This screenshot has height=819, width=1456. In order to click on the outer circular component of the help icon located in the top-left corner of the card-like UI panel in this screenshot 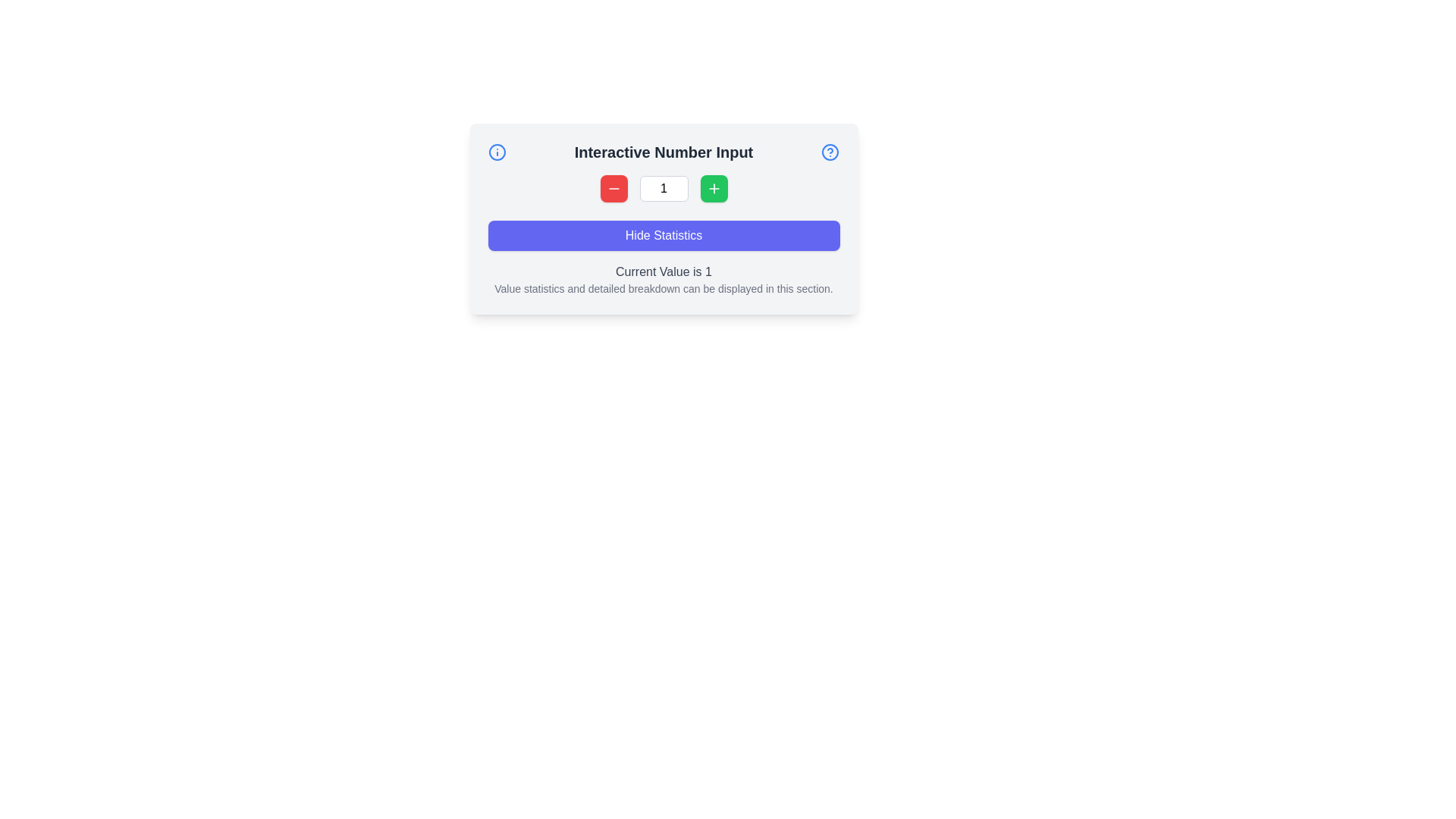, I will do `click(830, 152)`.